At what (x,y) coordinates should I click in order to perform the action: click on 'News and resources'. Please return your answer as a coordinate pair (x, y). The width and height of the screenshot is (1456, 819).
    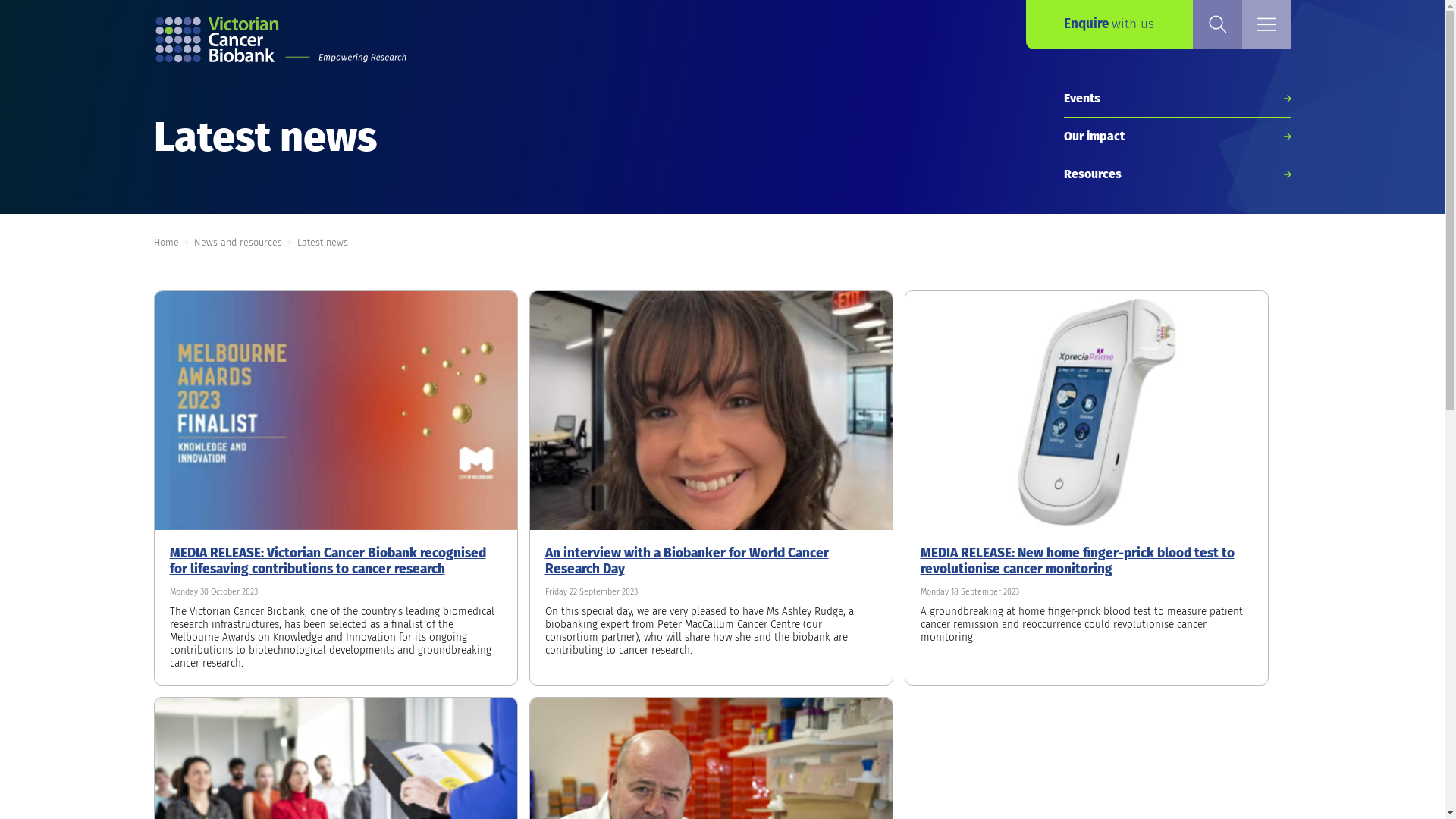
    Looking at the image, I should click on (237, 241).